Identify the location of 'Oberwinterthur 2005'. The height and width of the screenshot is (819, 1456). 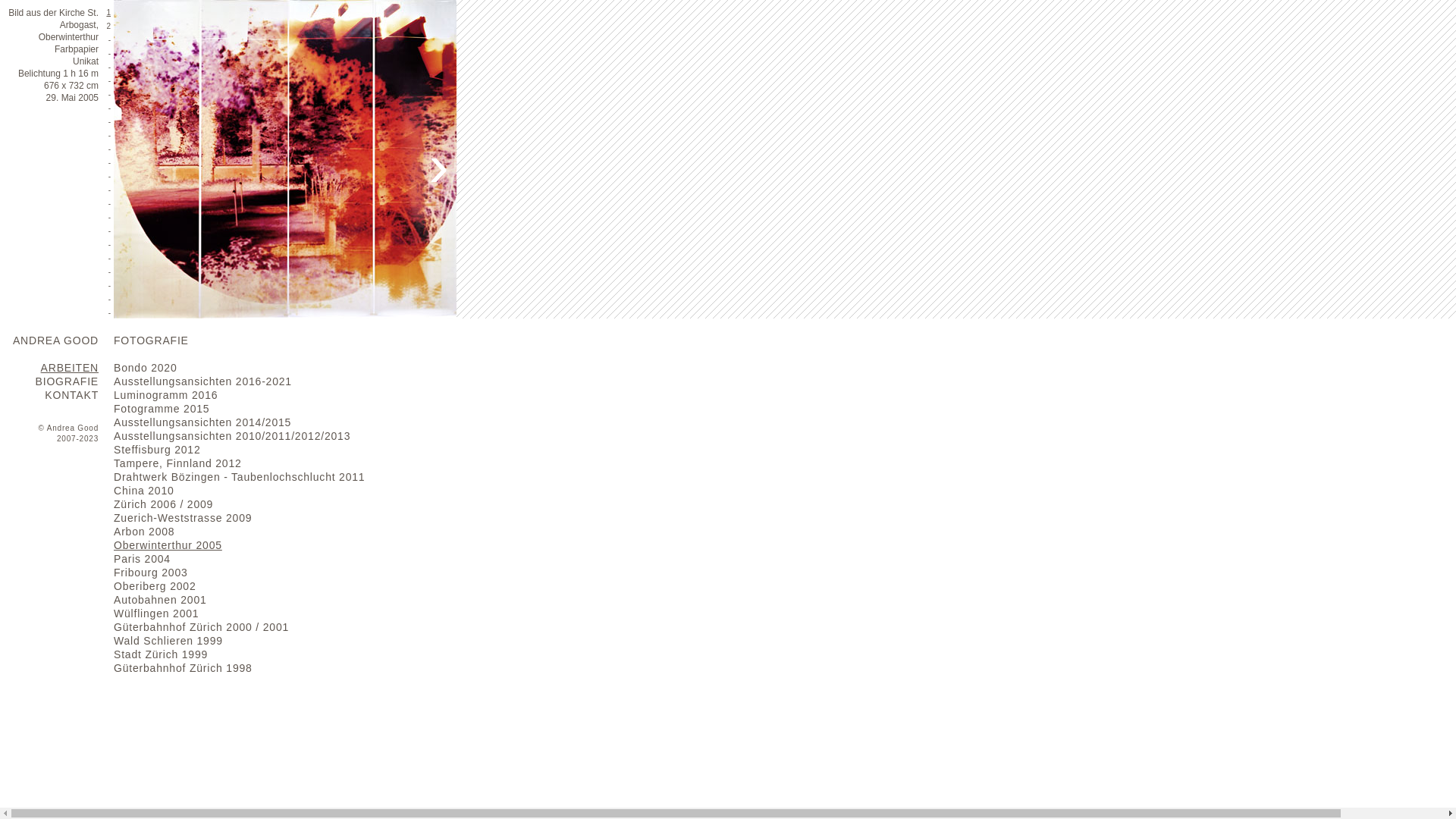
(168, 544).